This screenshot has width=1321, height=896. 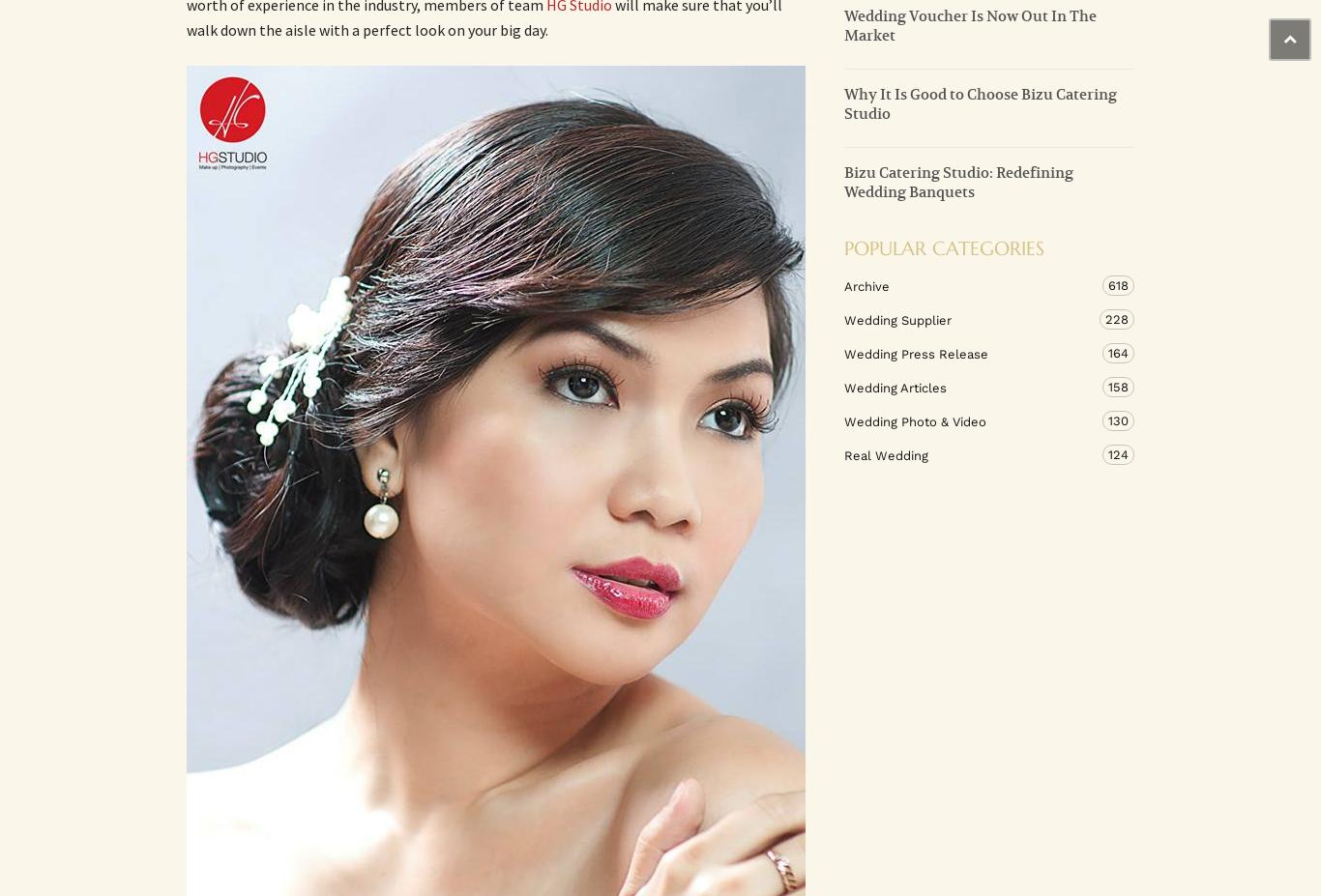 What do you see at coordinates (916, 352) in the screenshot?
I see `'Wedding Press Release'` at bounding box center [916, 352].